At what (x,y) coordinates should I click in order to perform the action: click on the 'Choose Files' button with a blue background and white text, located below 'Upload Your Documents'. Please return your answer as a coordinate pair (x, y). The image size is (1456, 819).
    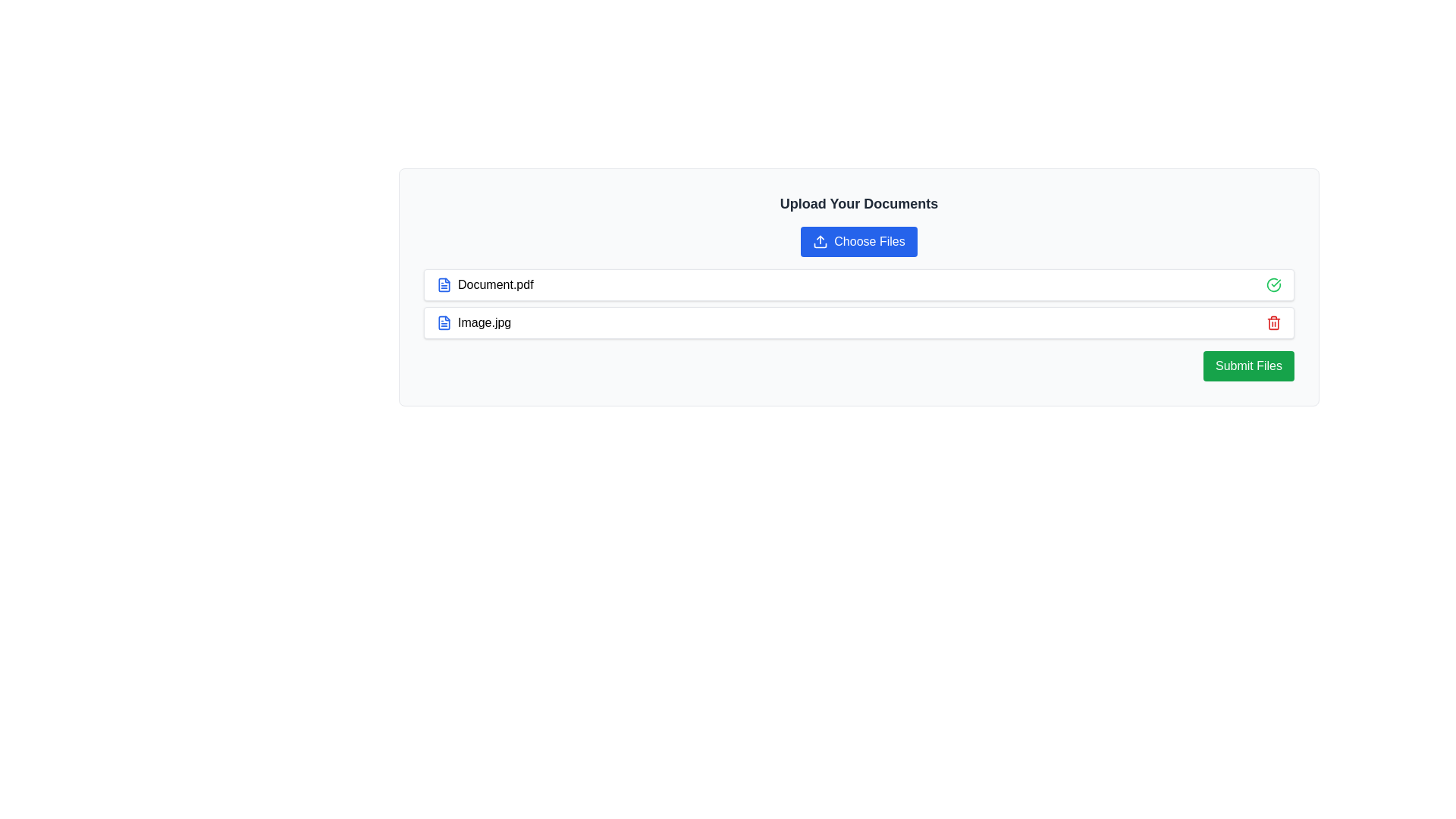
    Looking at the image, I should click on (858, 241).